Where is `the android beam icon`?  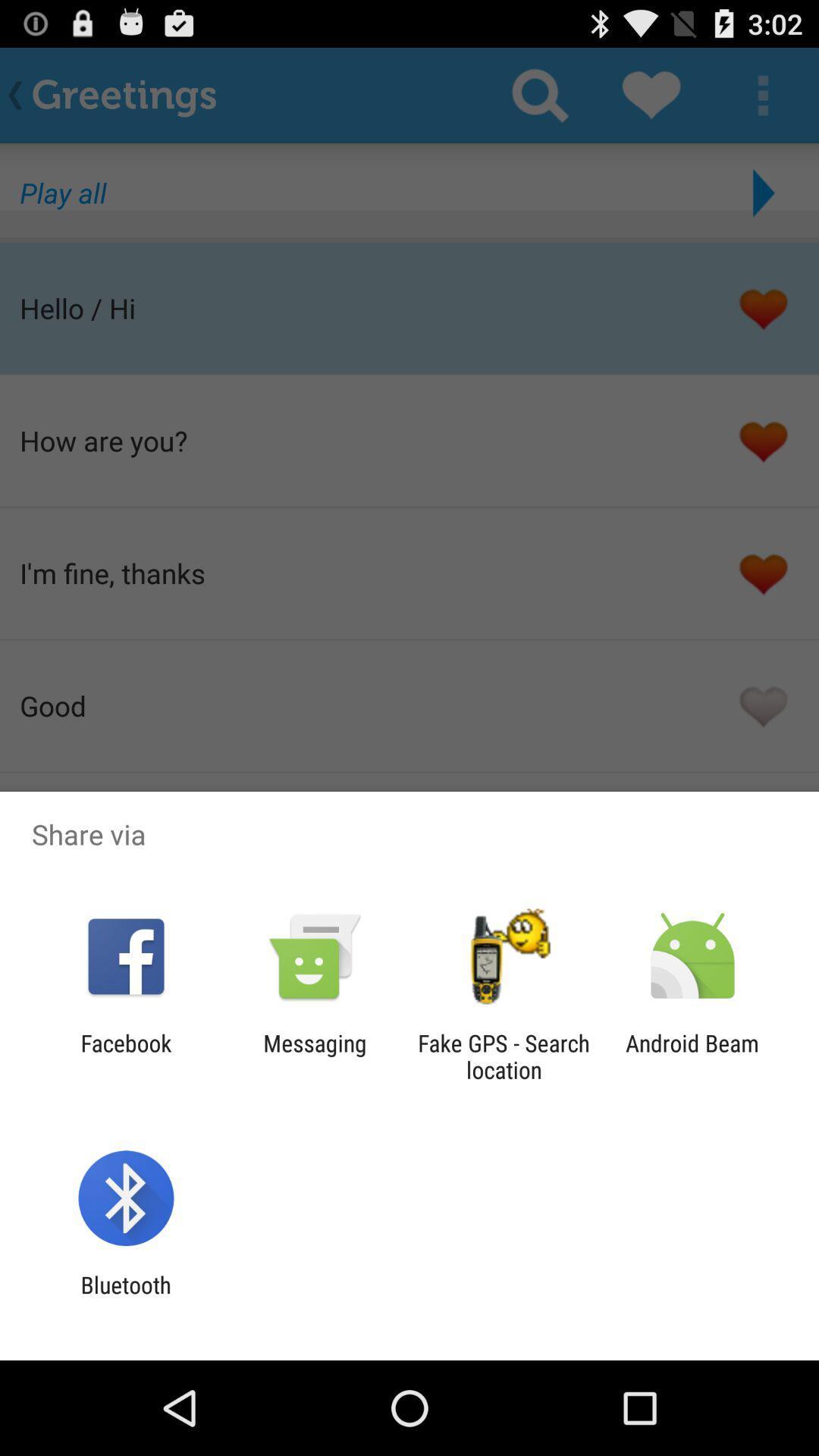 the android beam icon is located at coordinates (692, 1056).